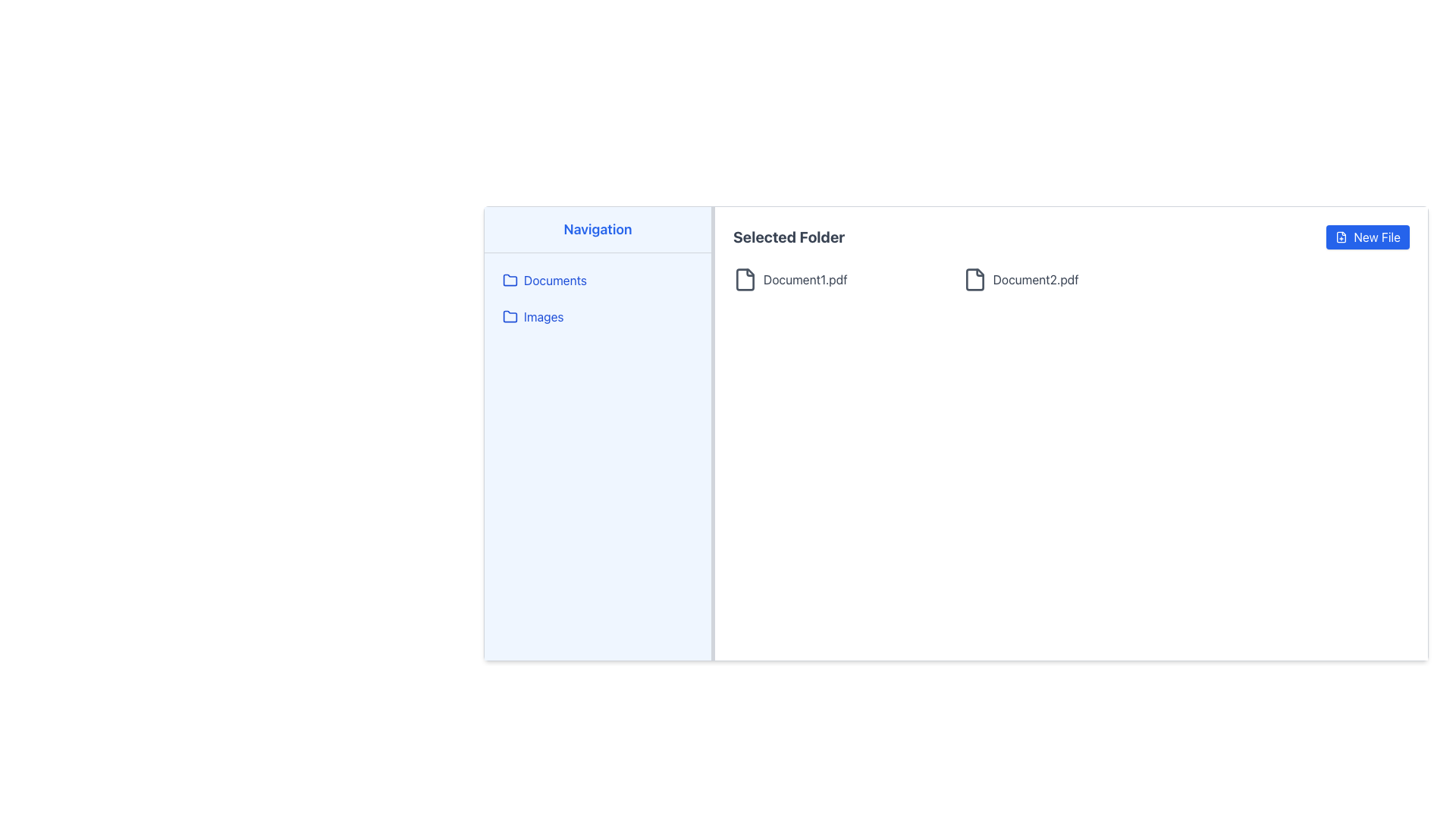 The image size is (1456, 819). I want to click on document icon with a folded corner in the right-side file listing area using developer tools, so click(974, 280).